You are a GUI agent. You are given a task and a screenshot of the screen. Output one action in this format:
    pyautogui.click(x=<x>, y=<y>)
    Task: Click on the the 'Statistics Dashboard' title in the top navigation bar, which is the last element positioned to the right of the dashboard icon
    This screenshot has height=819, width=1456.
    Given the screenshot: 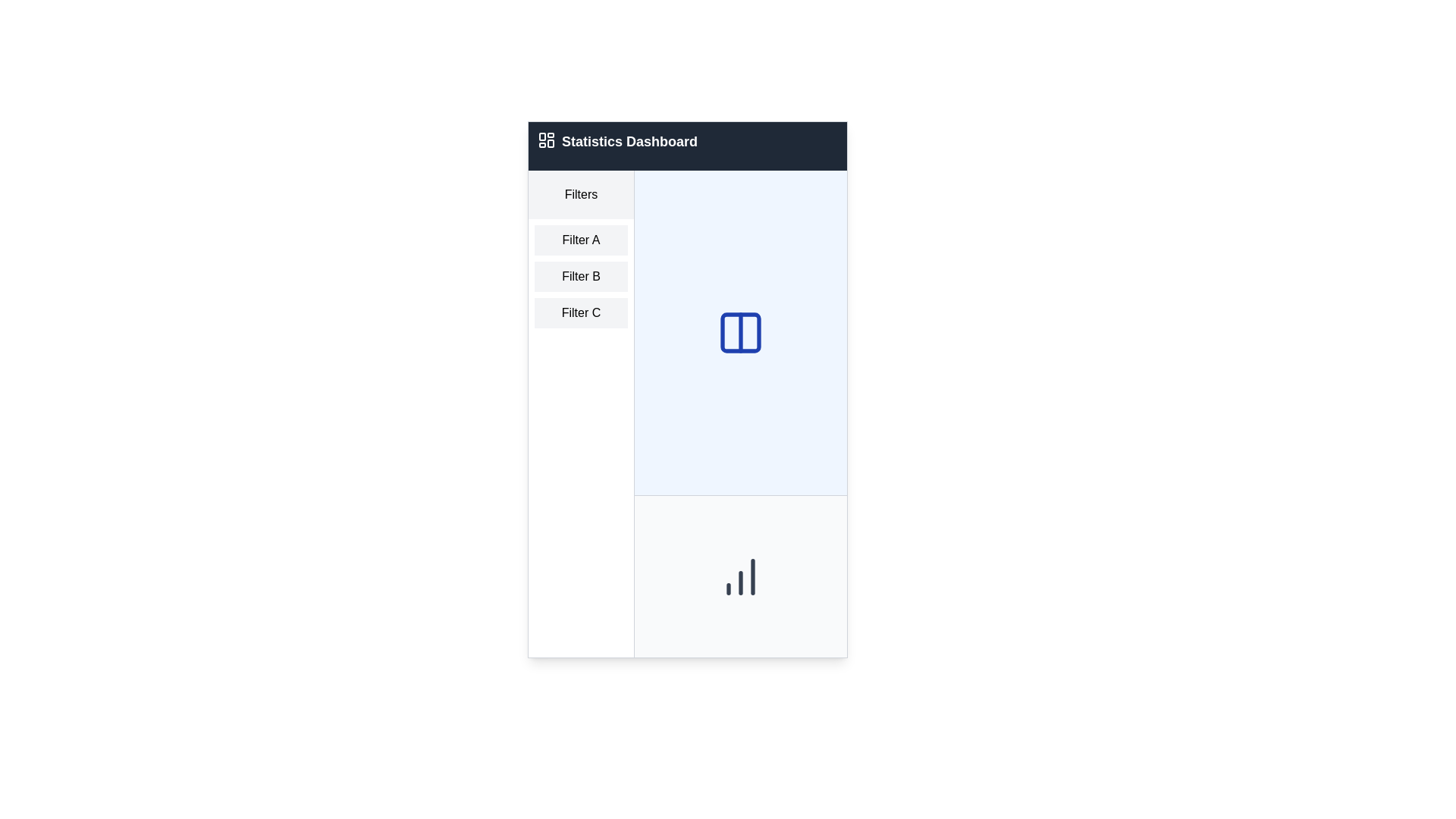 What is the action you would take?
    pyautogui.click(x=629, y=146)
    